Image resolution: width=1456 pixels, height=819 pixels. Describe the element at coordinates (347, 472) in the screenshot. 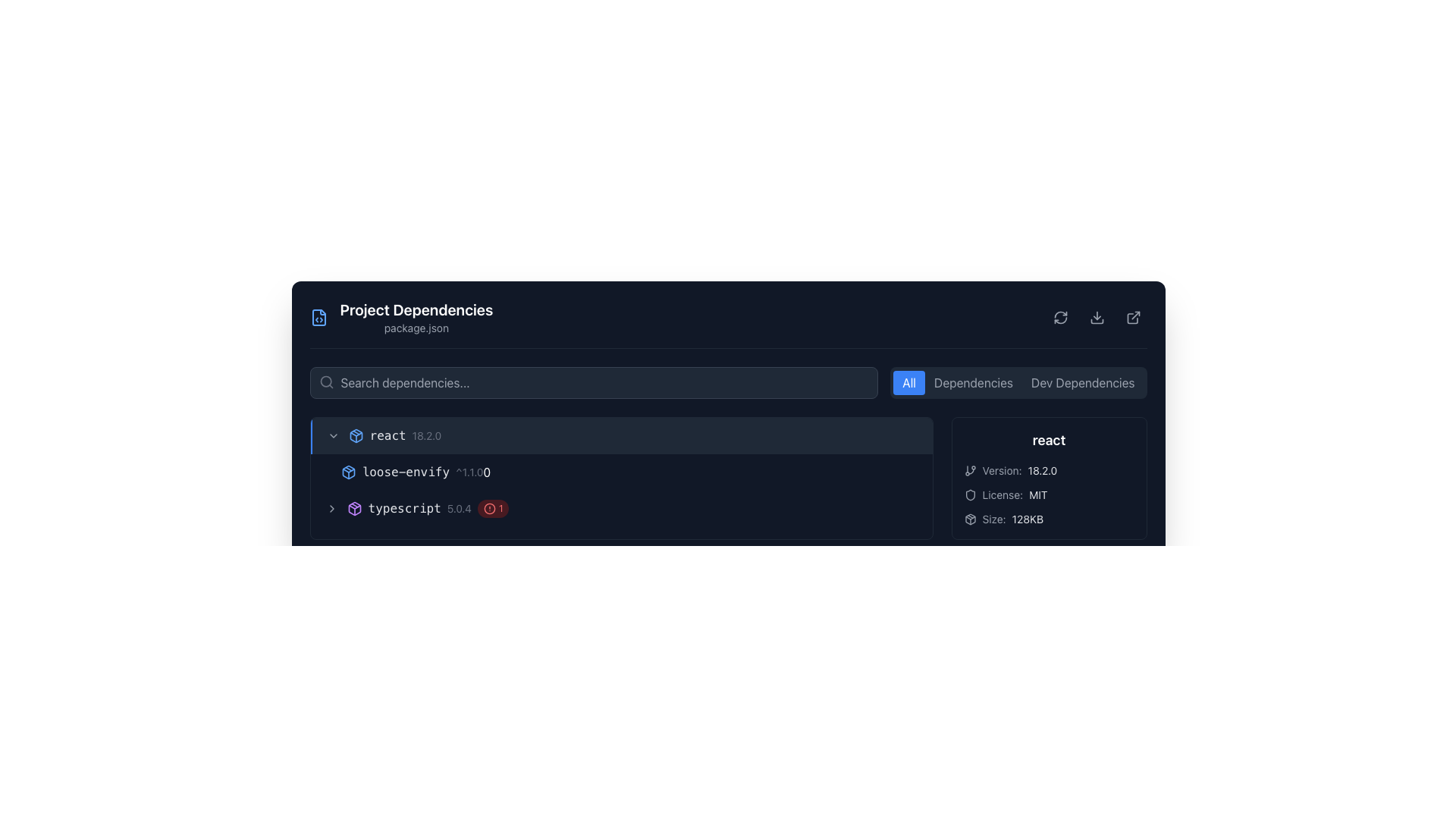

I see `the visual indicator icon for the 'loose-envify' dependency, which represents its type or status in the dependency list` at that location.